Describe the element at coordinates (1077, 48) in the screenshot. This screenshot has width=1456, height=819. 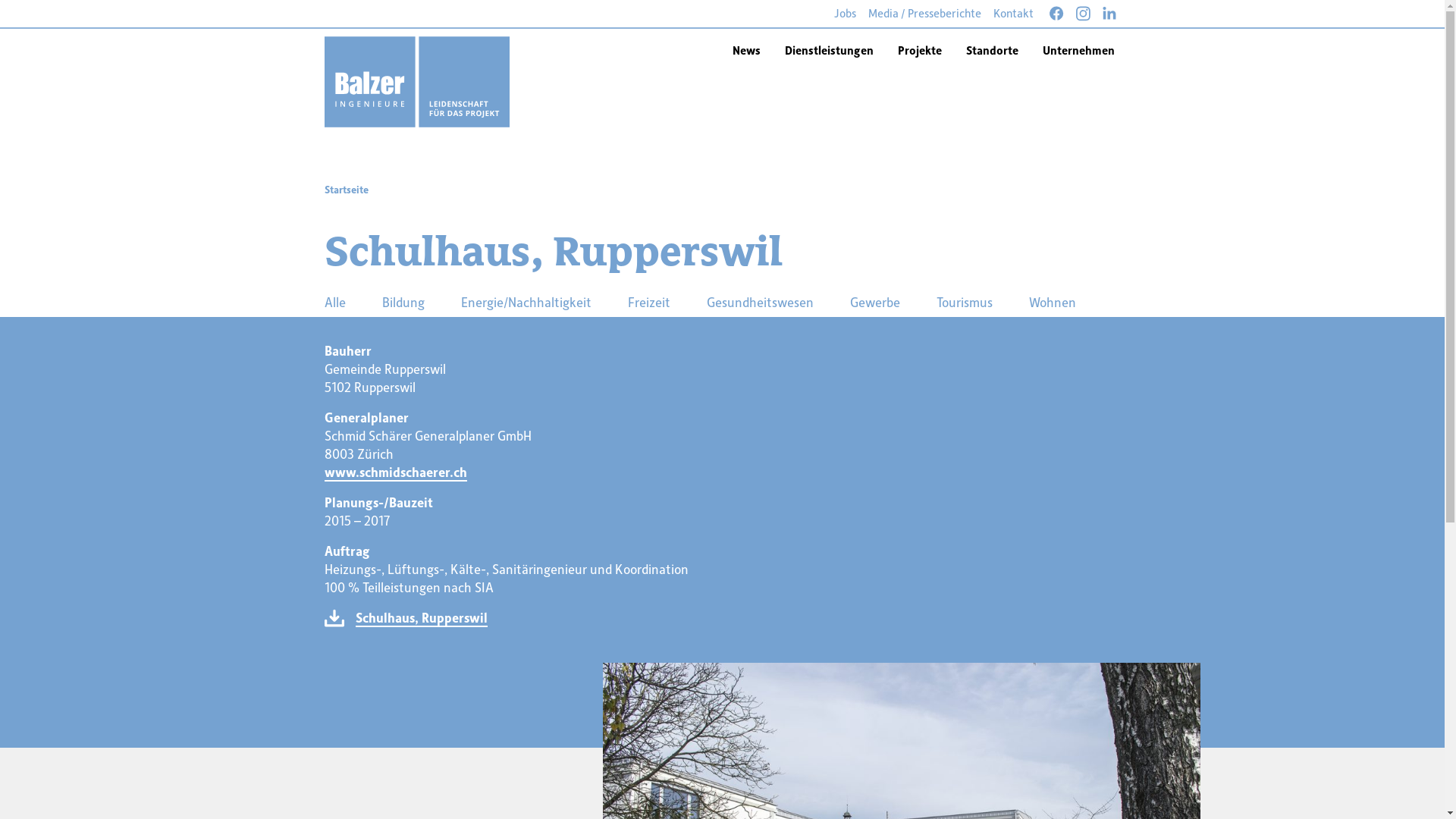
I see `'Unternehmen'` at that location.